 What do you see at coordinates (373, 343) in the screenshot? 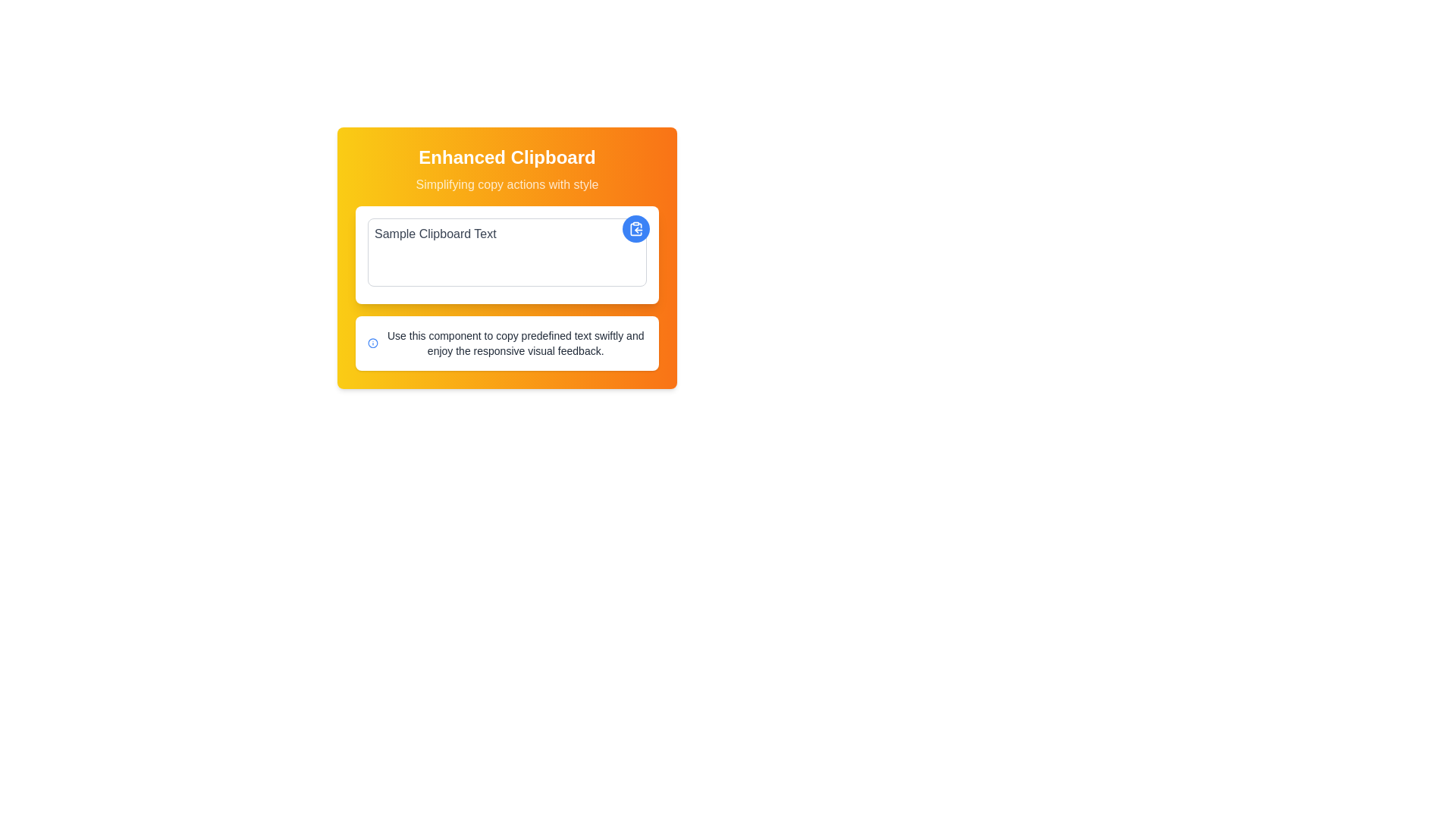
I see `the instructional icon located in the bottom-left corner of the card layout, which indicates that the accompanying text provides information or guidance` at bounding box center [373, 343].